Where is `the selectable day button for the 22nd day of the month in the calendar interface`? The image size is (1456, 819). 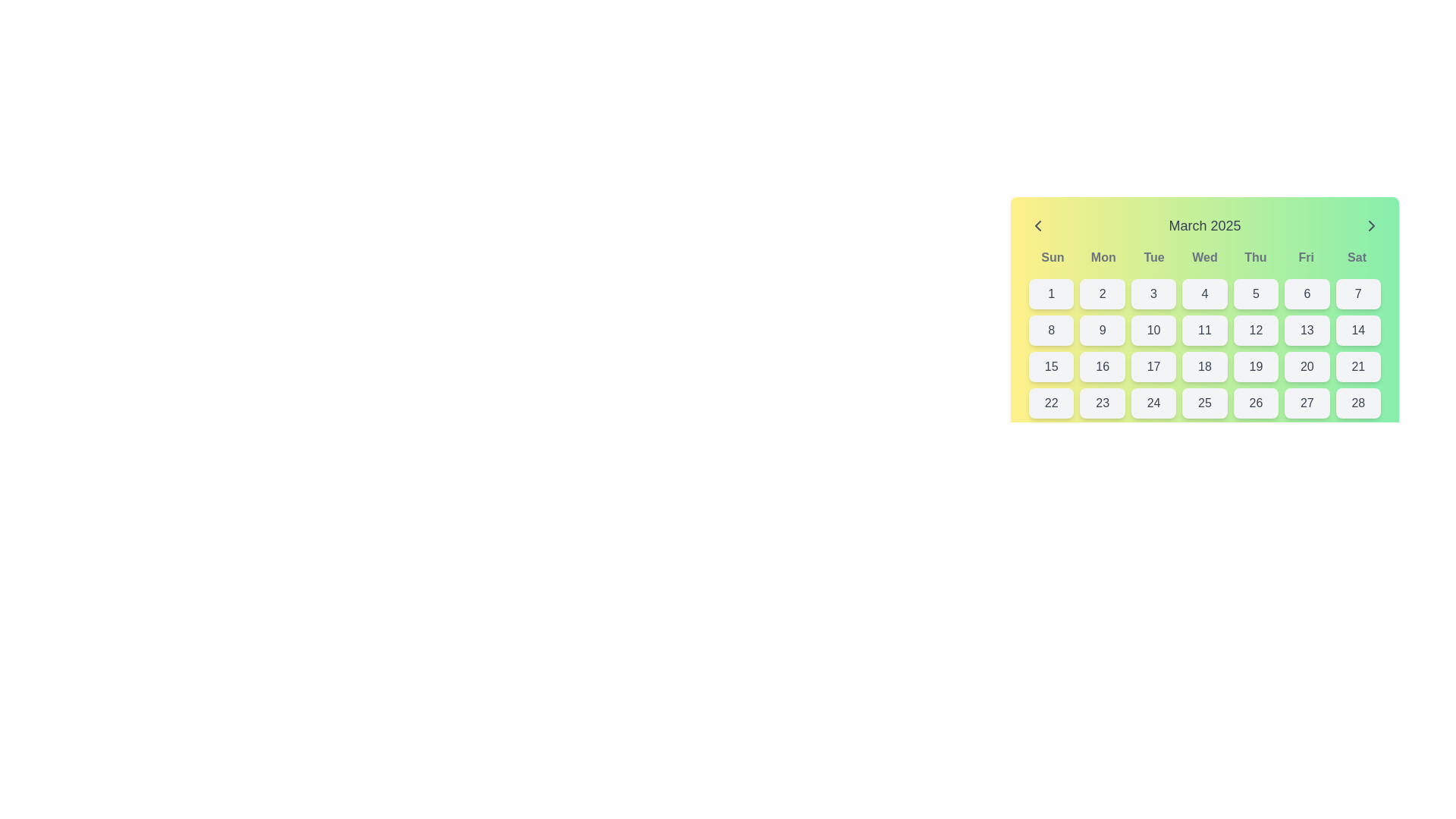 the selectable day button for the 22nd day of the month in the calendar interface is located at coordinates (1050, 403).